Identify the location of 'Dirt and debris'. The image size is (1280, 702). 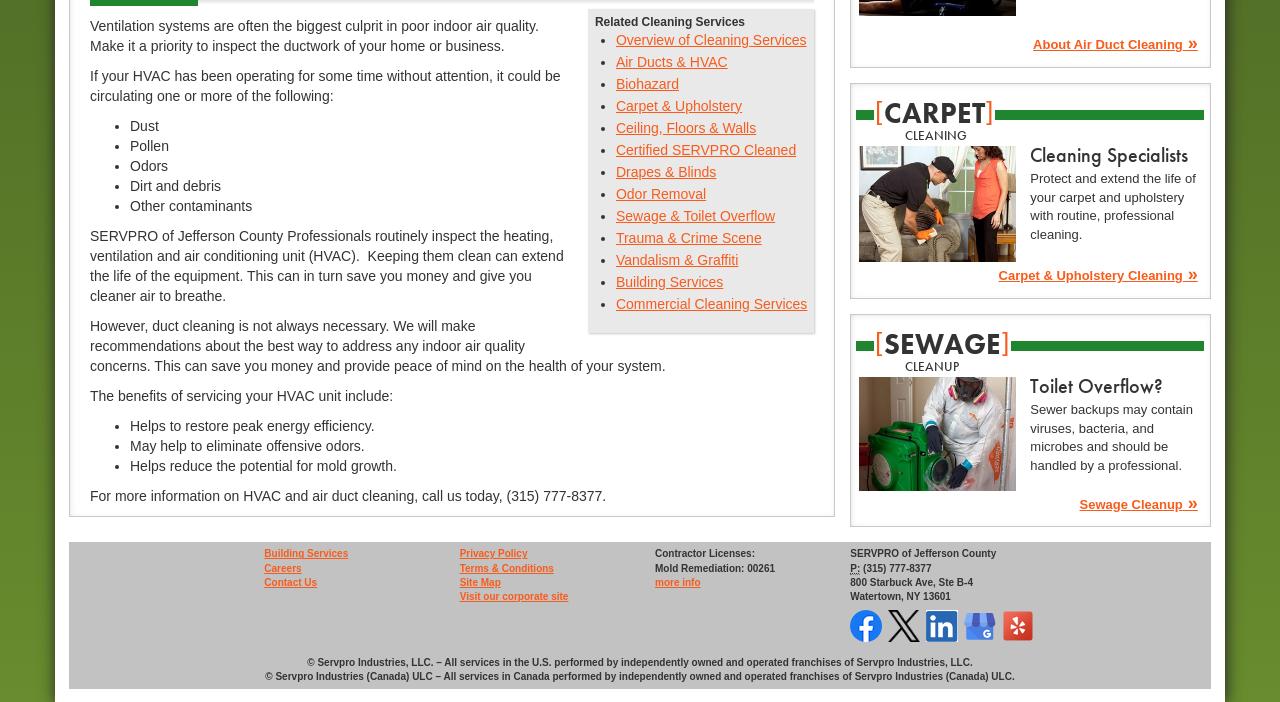
(129, 184).